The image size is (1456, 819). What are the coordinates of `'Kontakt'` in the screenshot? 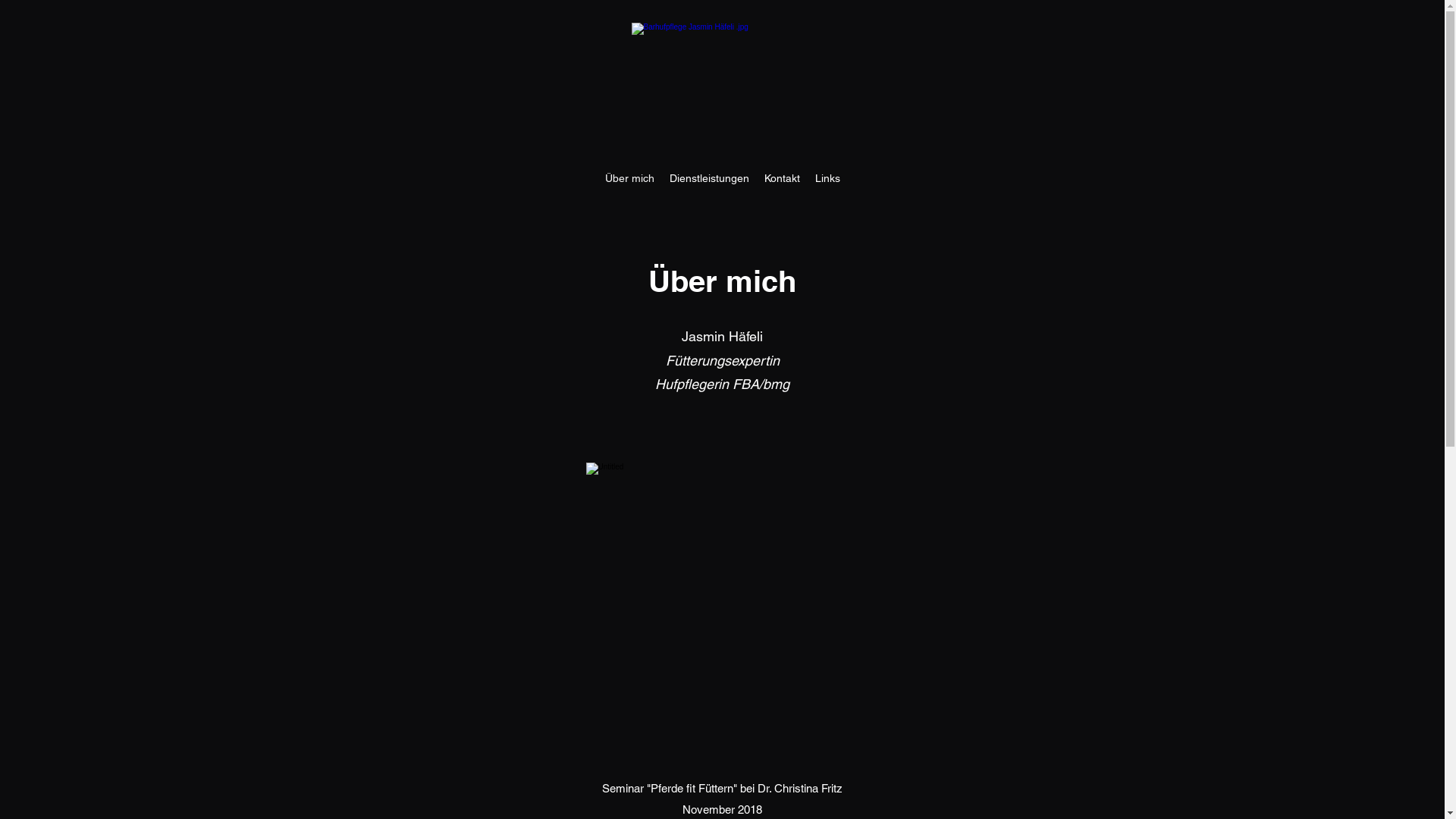 It's located at (782, 177).